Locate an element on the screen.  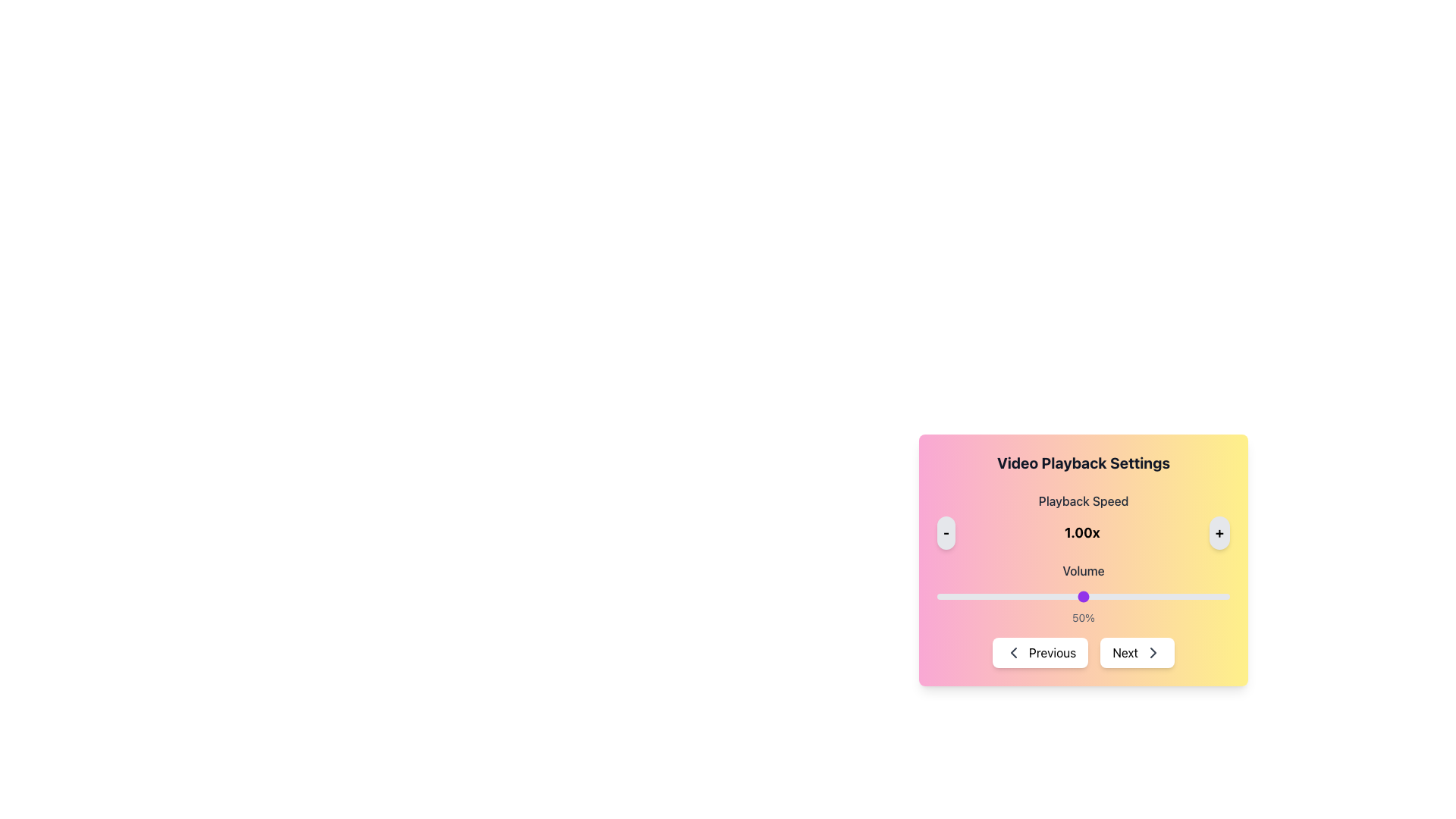
the volume is located at coordinates (1033, 595).